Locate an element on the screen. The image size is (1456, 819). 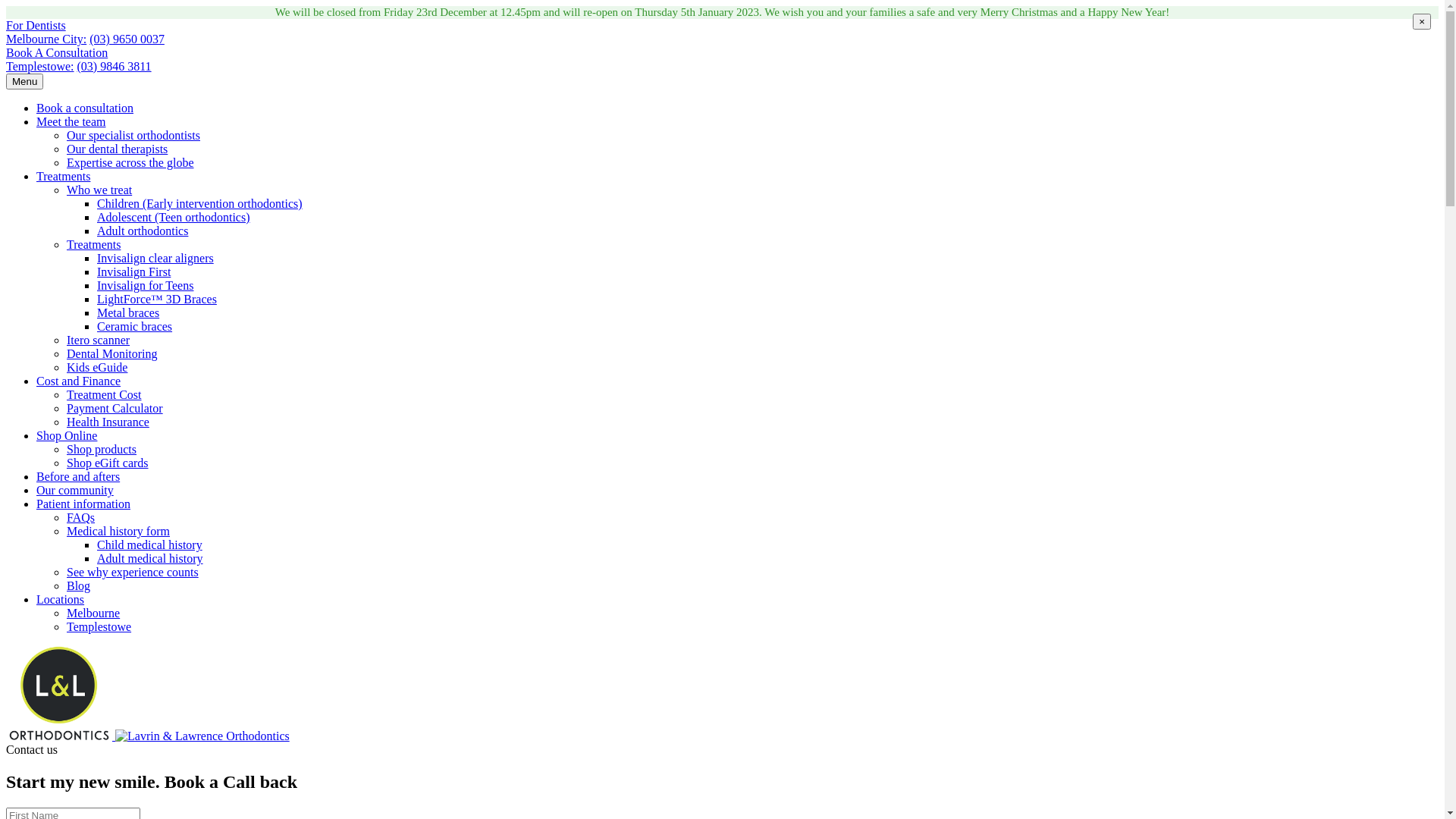
'Book A Consultation' is located at coordinates (6, 52).